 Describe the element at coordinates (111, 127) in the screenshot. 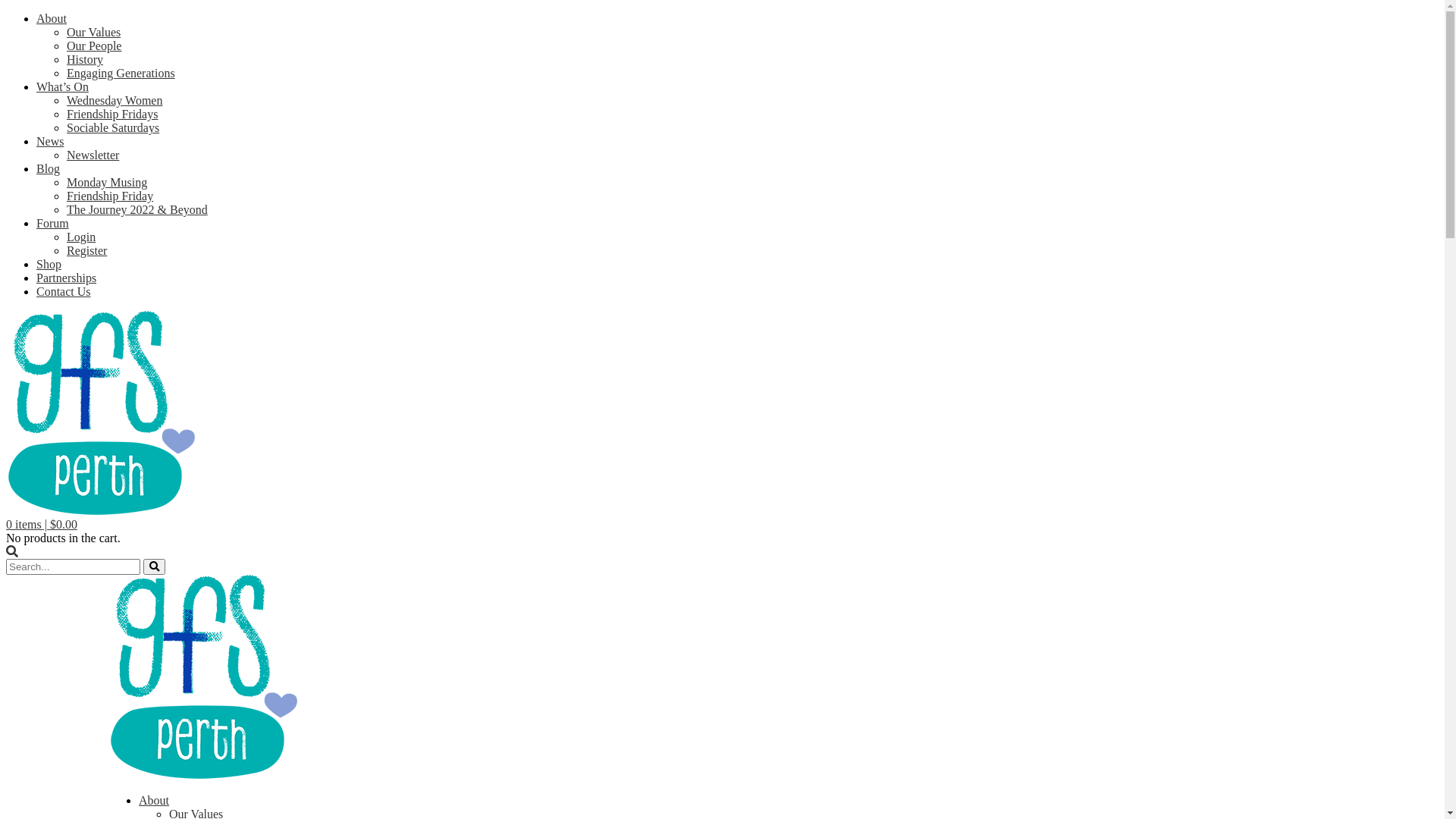

I see `'Sociable Saturdays'` at that location.